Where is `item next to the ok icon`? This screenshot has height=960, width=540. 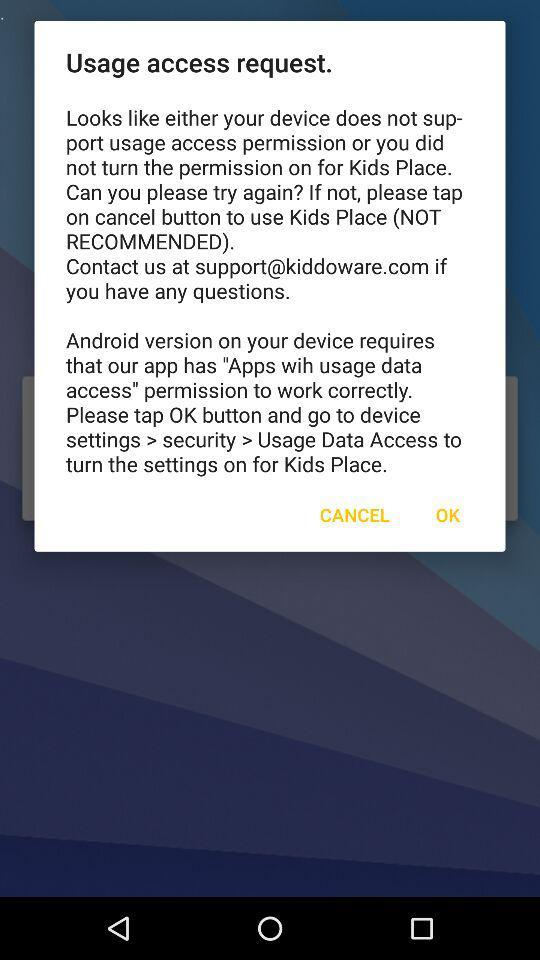
item next to the ok icon is located at coordinates (353, 513).